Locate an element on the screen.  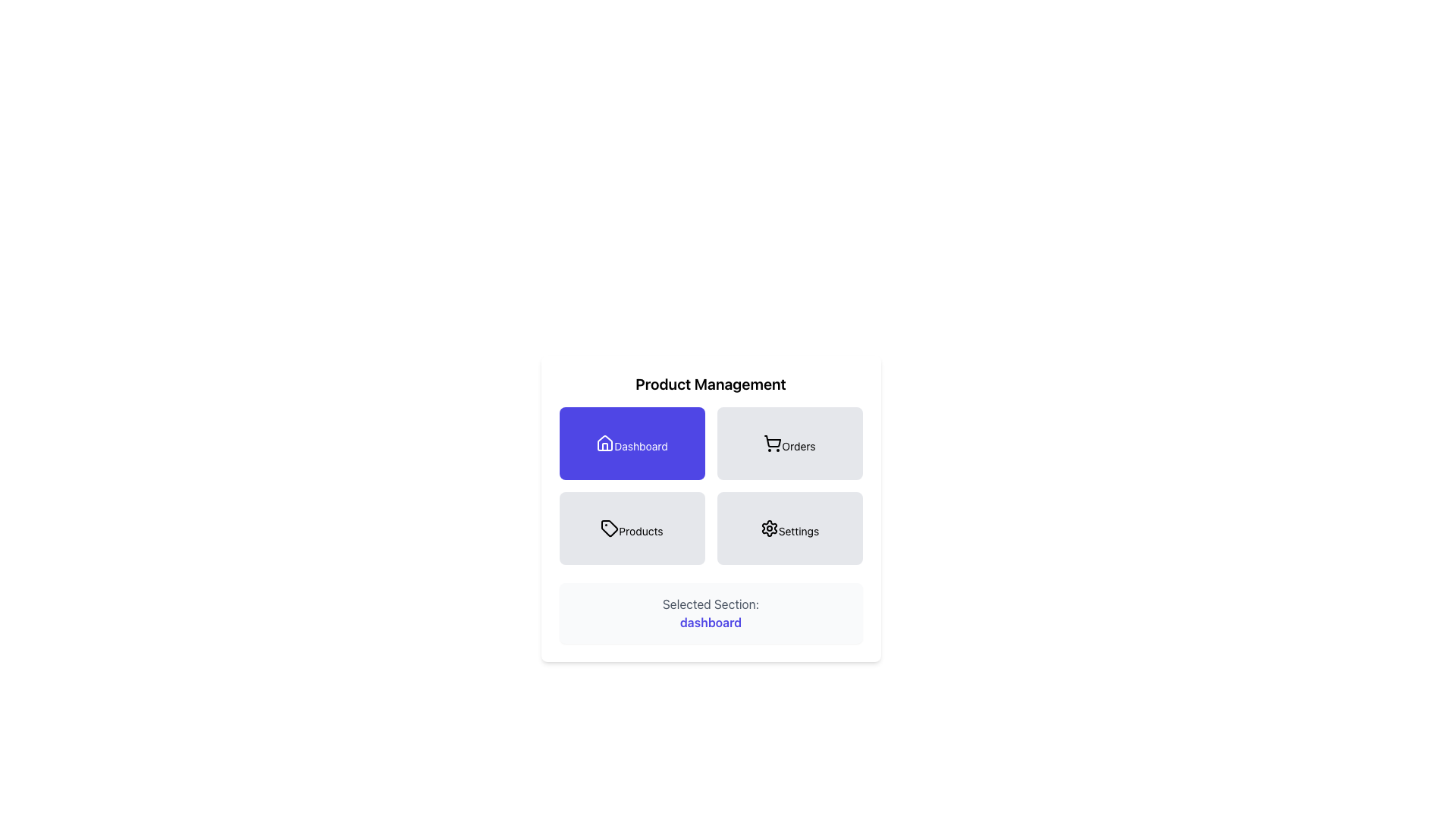
the price tag icon located in the 'Products' section under 'Product Management' is located at coordinates (610, 528).